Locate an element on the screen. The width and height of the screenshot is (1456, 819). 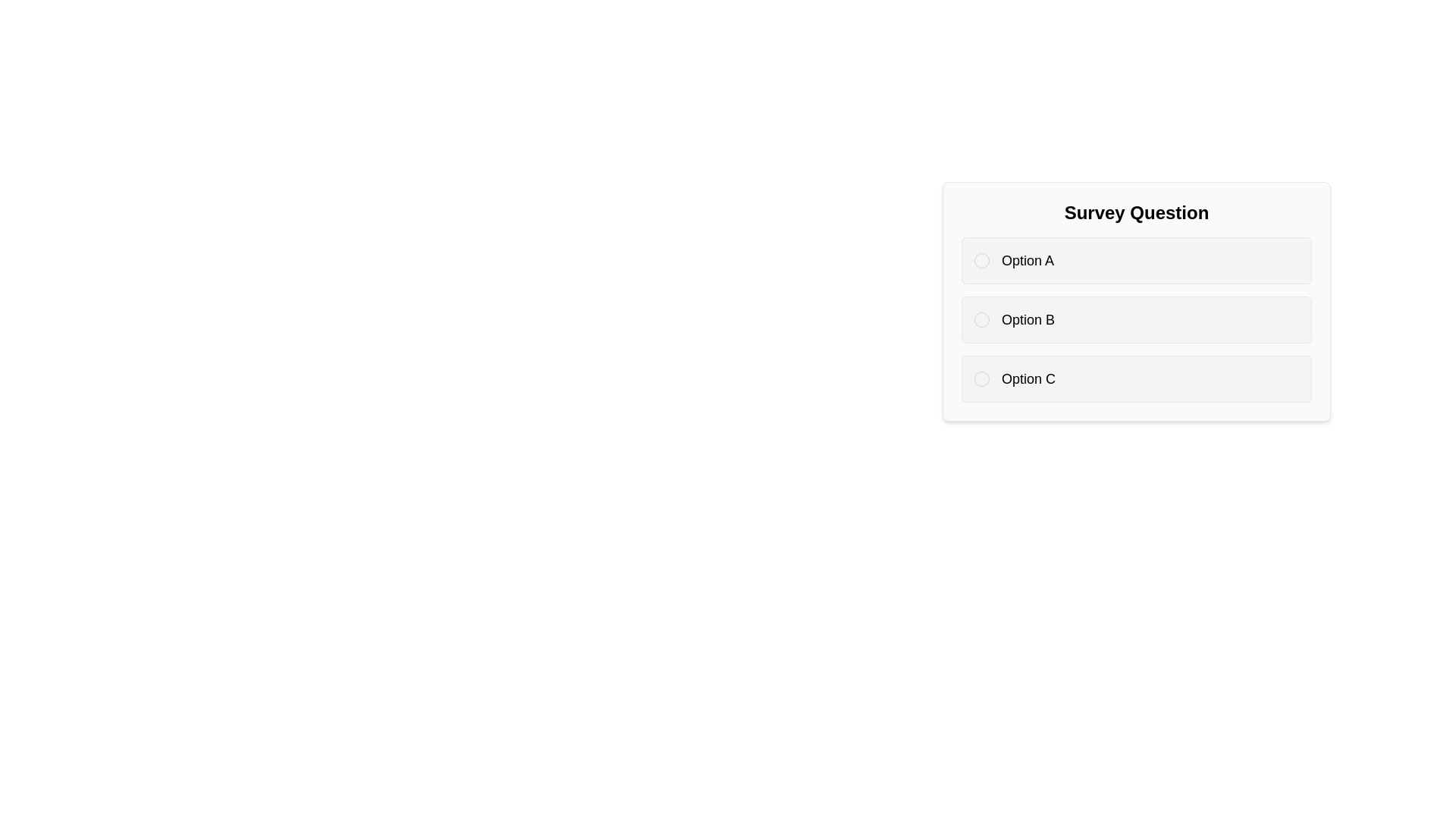
text content of the textual label for 'Option B', which is the second selectable option in the survey choice list, located to the right of the circular option selector is located at coordinates (1028, 318).